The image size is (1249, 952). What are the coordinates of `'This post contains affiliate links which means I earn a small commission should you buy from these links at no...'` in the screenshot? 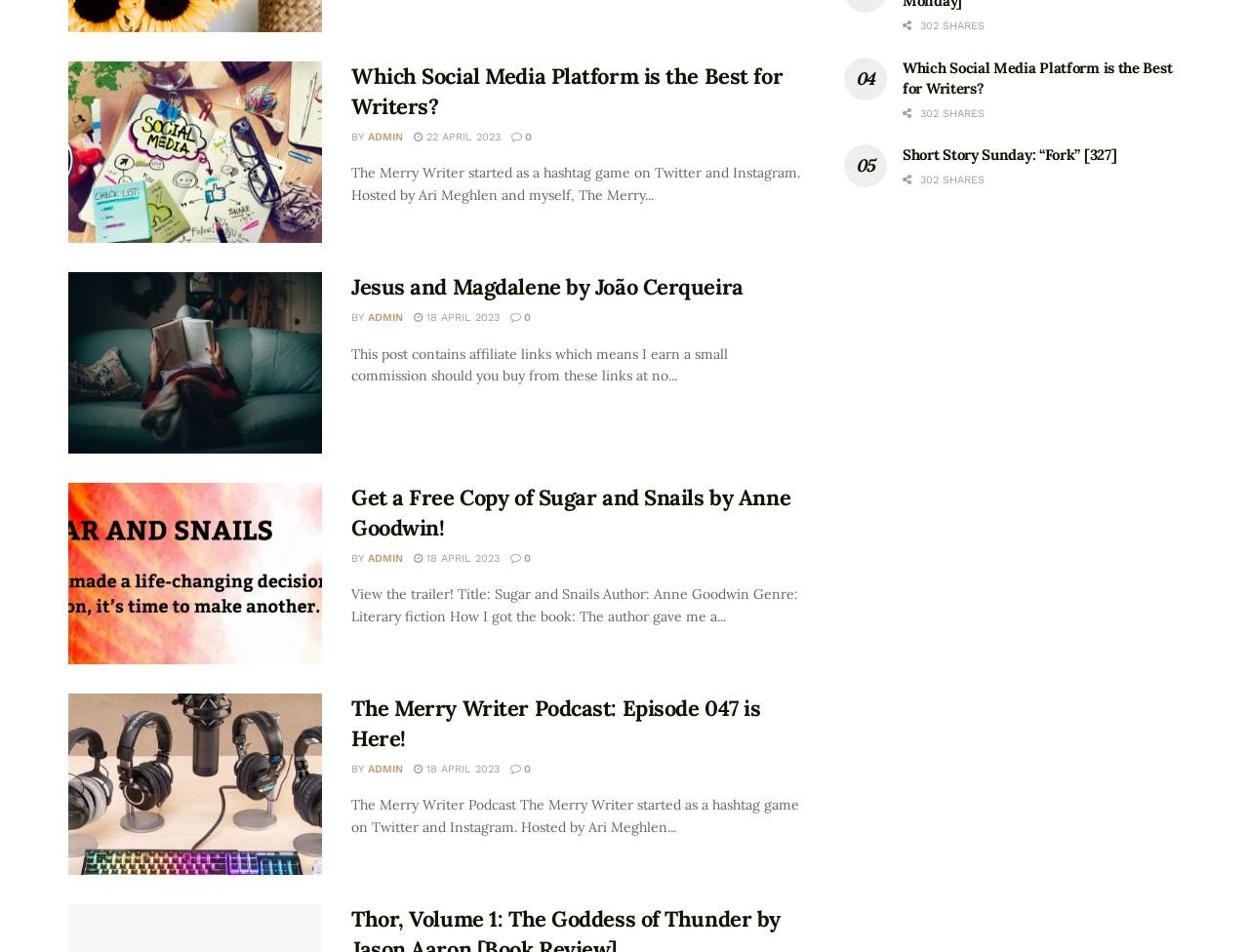 It's located at (350, 363).